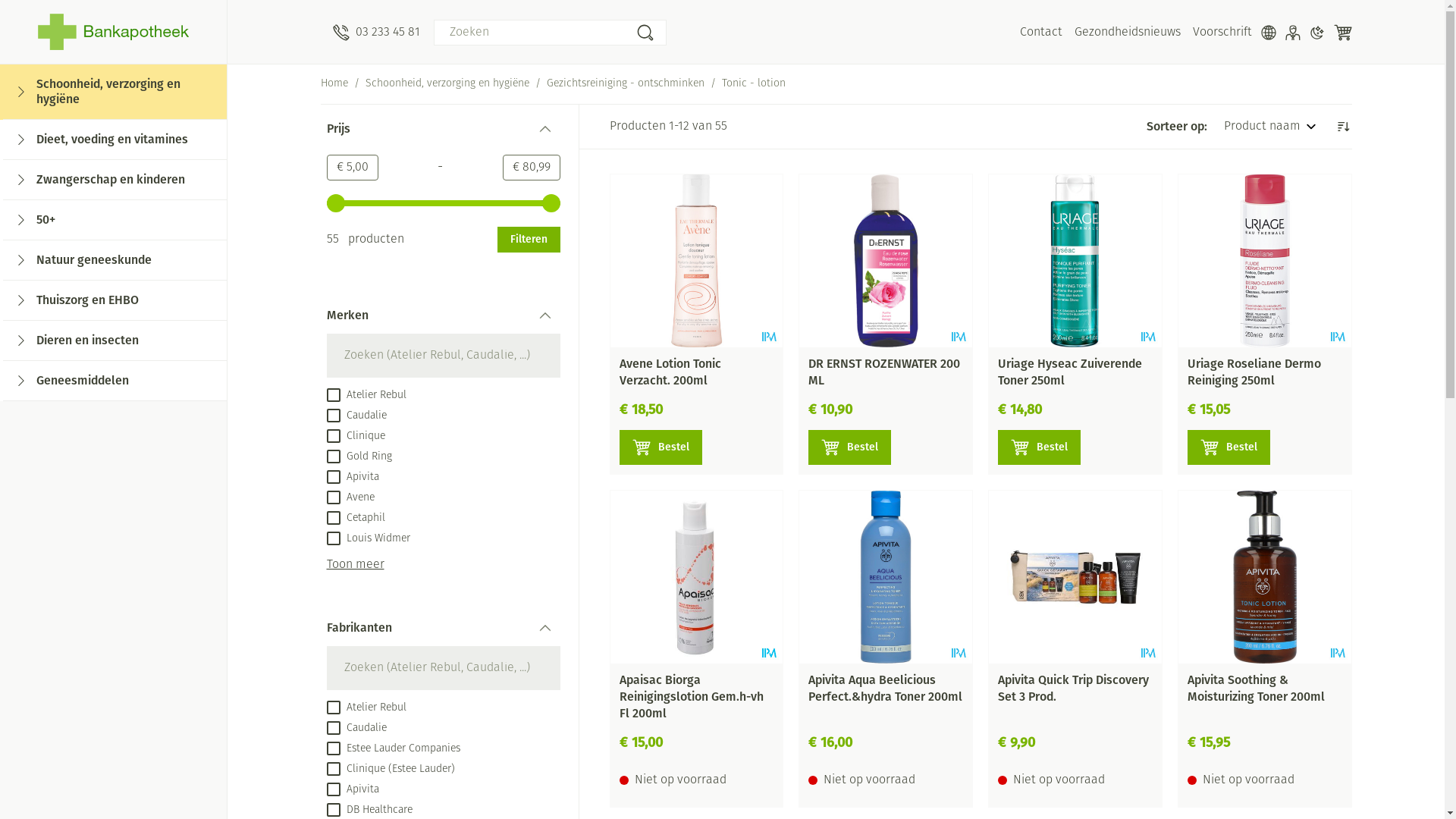  What do you see at coordinates (669, 372) in the screenshot?
I see `'Avene Lotion Tonic Verzacht. 200ml'` at bounding box center [669, 372].